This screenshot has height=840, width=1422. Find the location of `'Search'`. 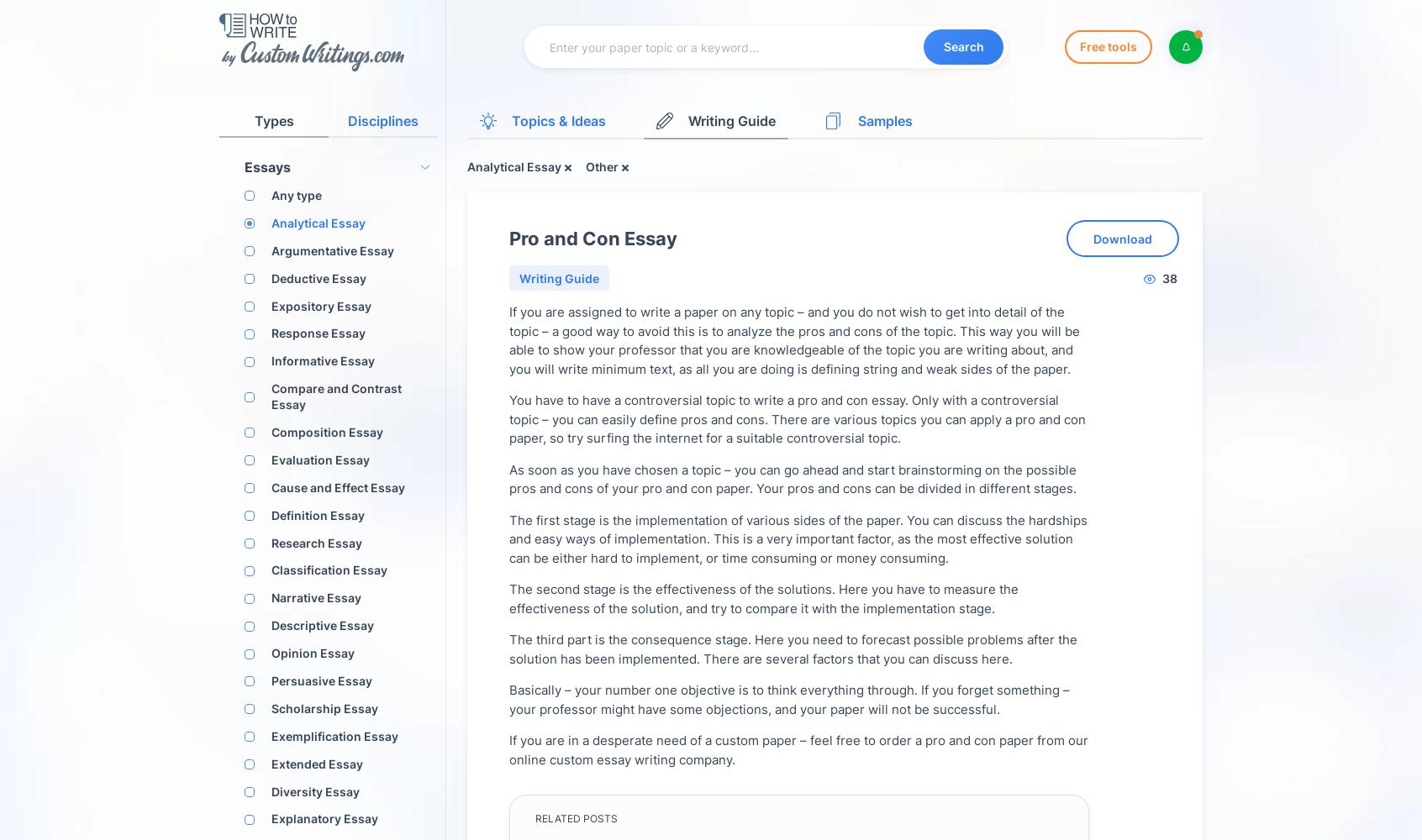

'Search' is located at coordinates (942, 46).